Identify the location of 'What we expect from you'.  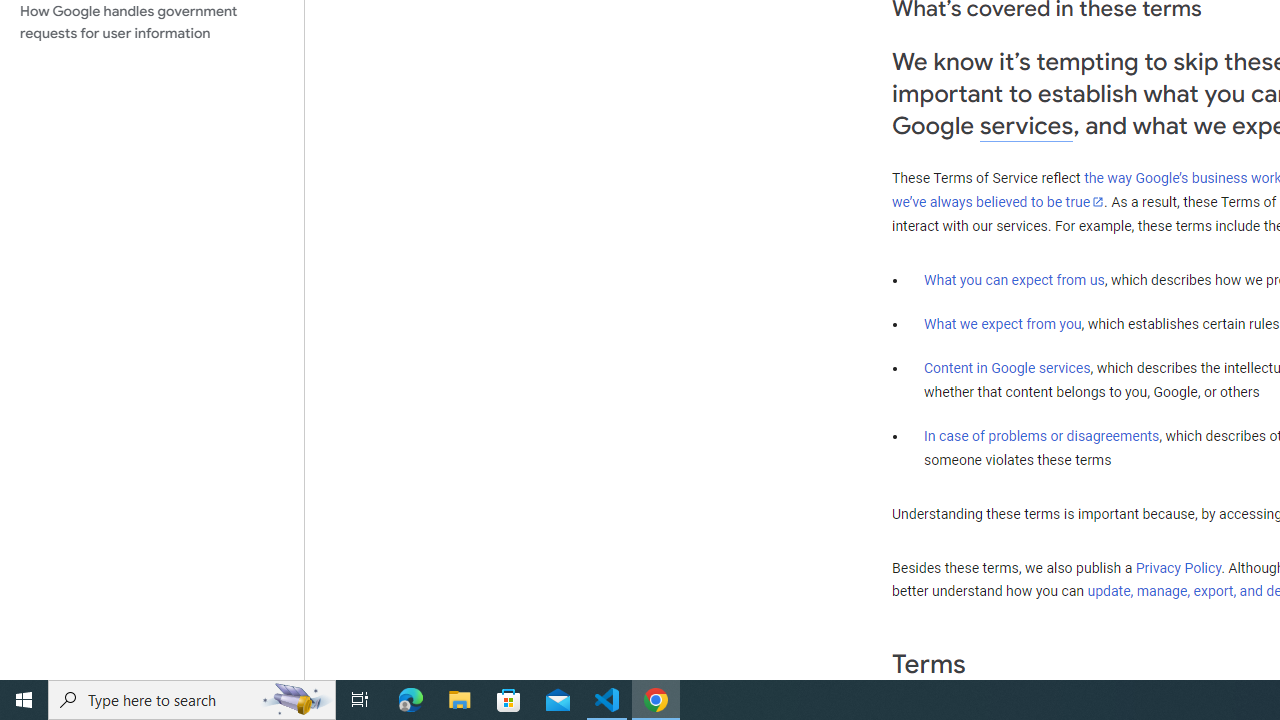
(1002, 323).